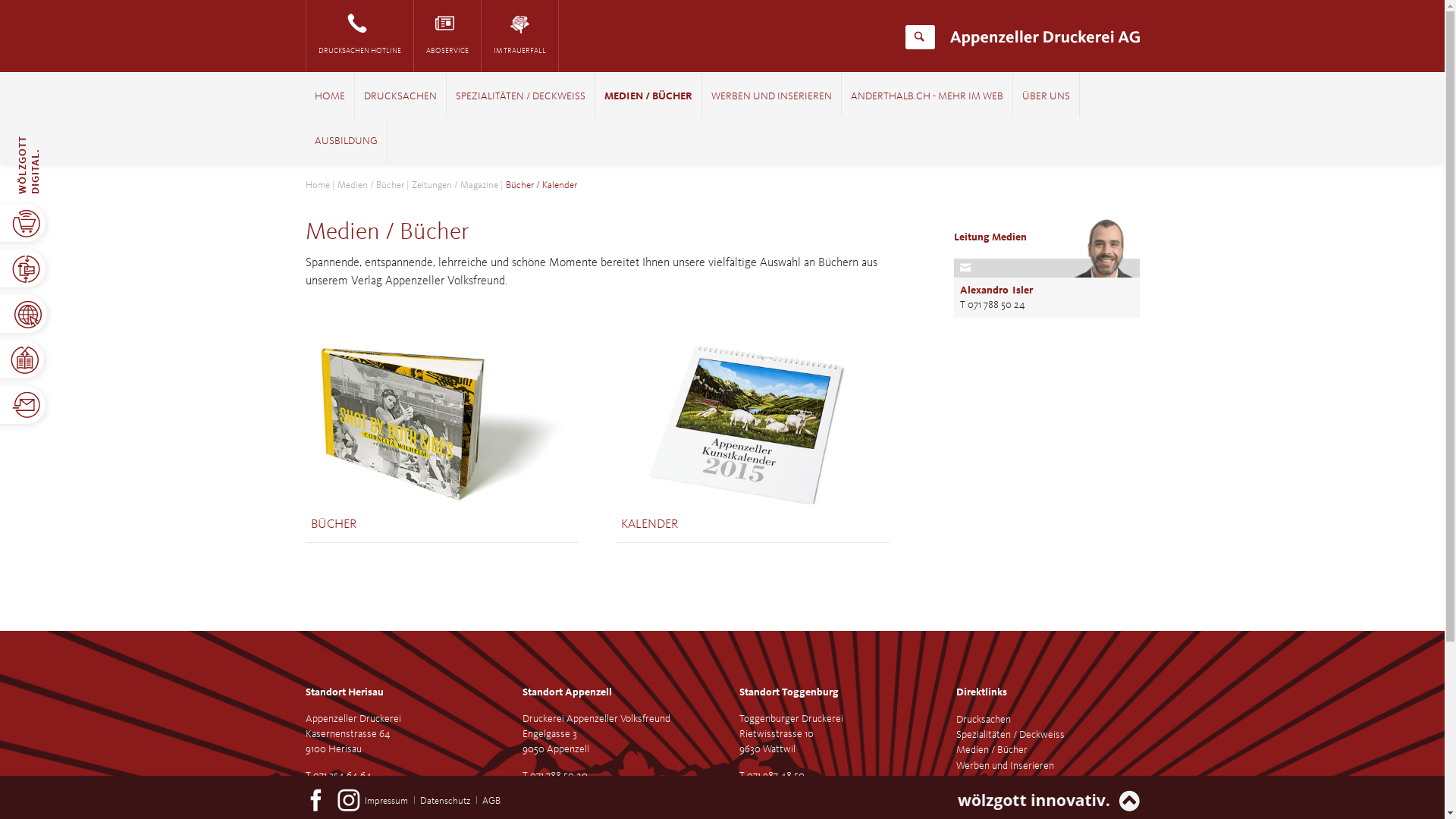 The height and width of the screenshot is (819, 1456). I want to click on 'Drucksachen', so click(983, 718).